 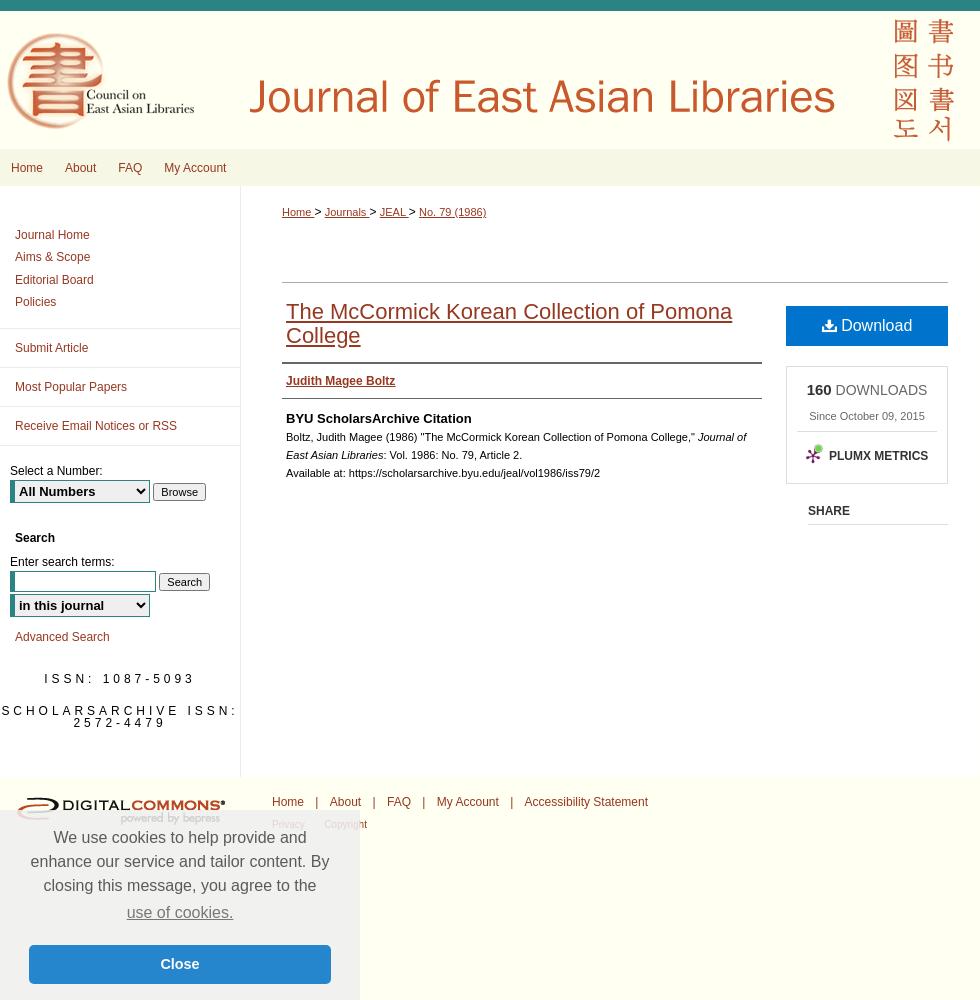 I want to click on 'Boltz, Judith Magee
(1986)
"The McCormick Korean Collection of Pomona College,"', so click(x=491, y=437).